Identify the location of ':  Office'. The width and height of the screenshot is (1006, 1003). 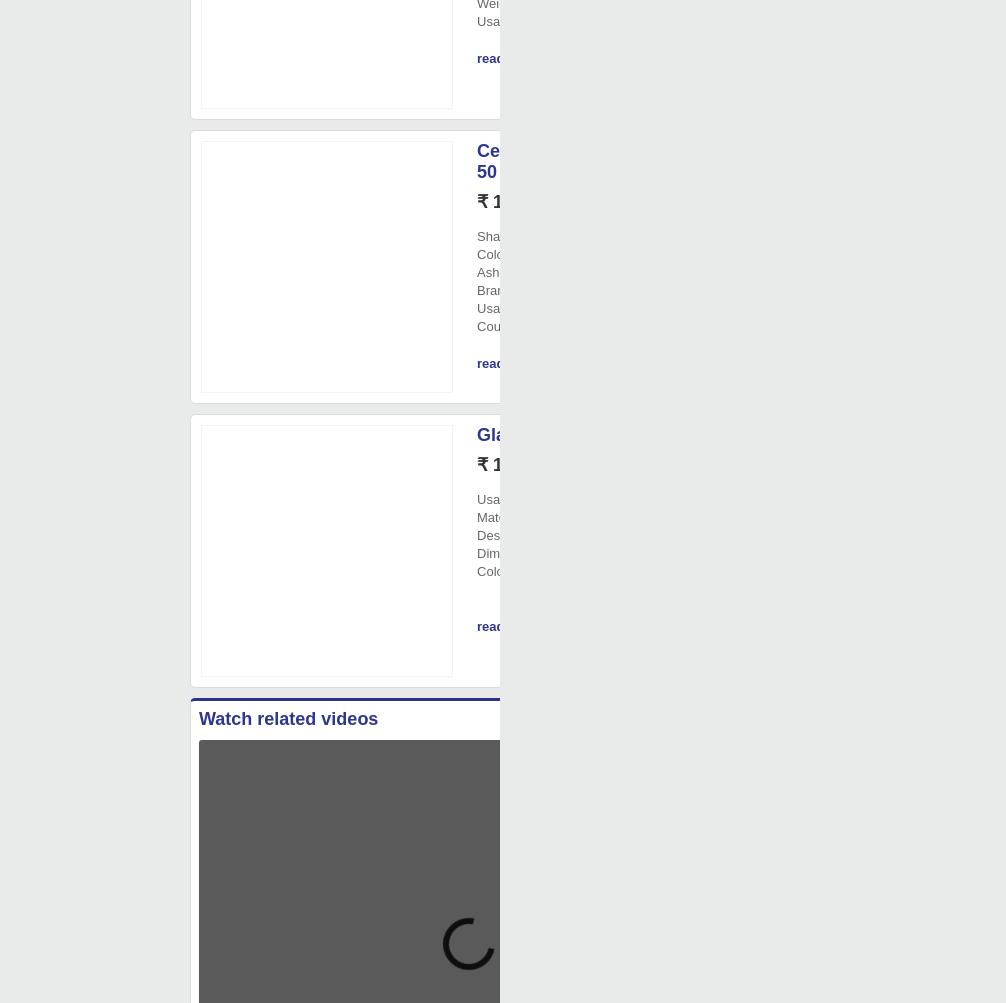
(604, 307).